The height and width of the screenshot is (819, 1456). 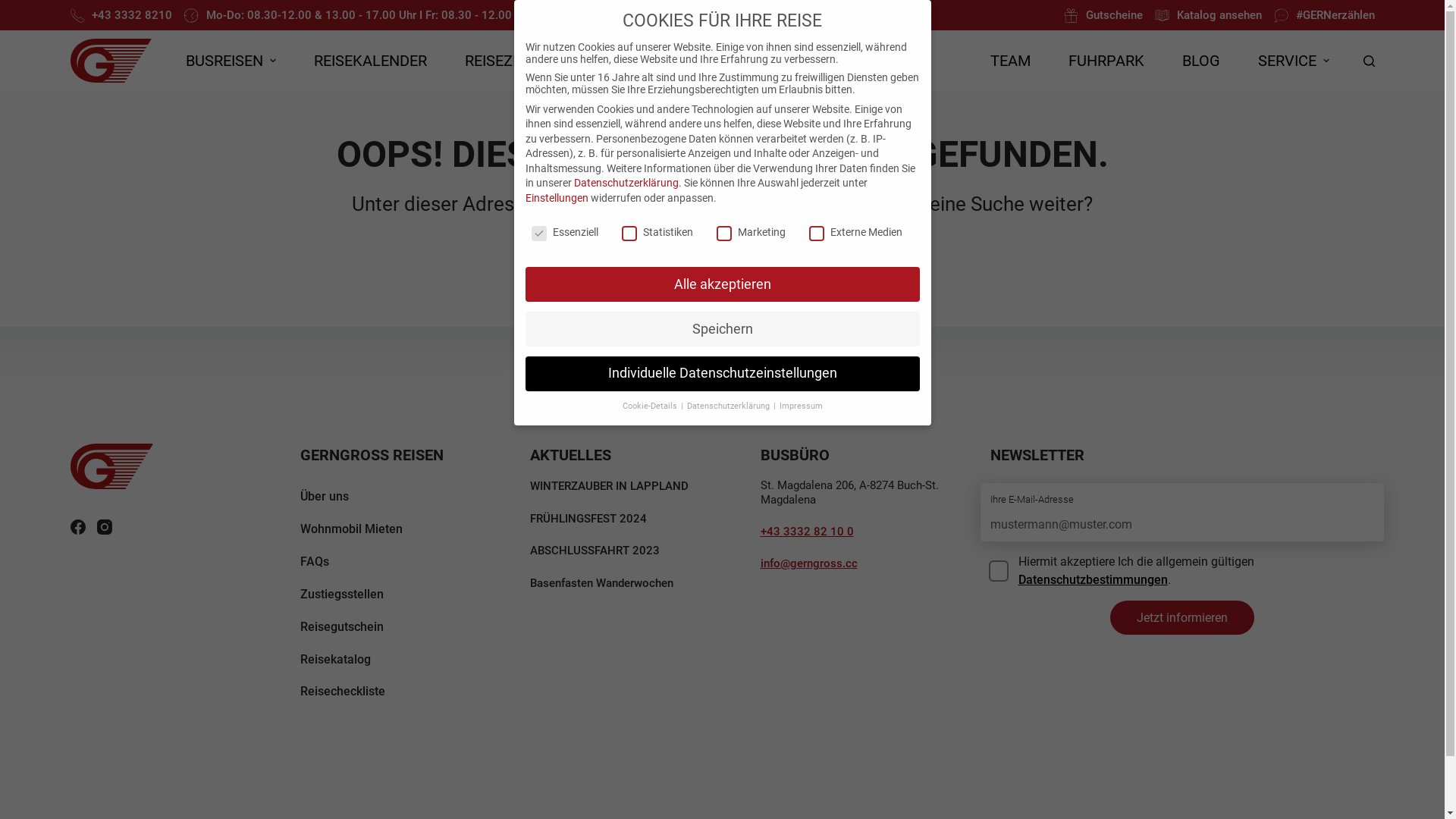 I want to click on 'ABSCHLUSSFAHRT 2023', so click(x=626, y=551).